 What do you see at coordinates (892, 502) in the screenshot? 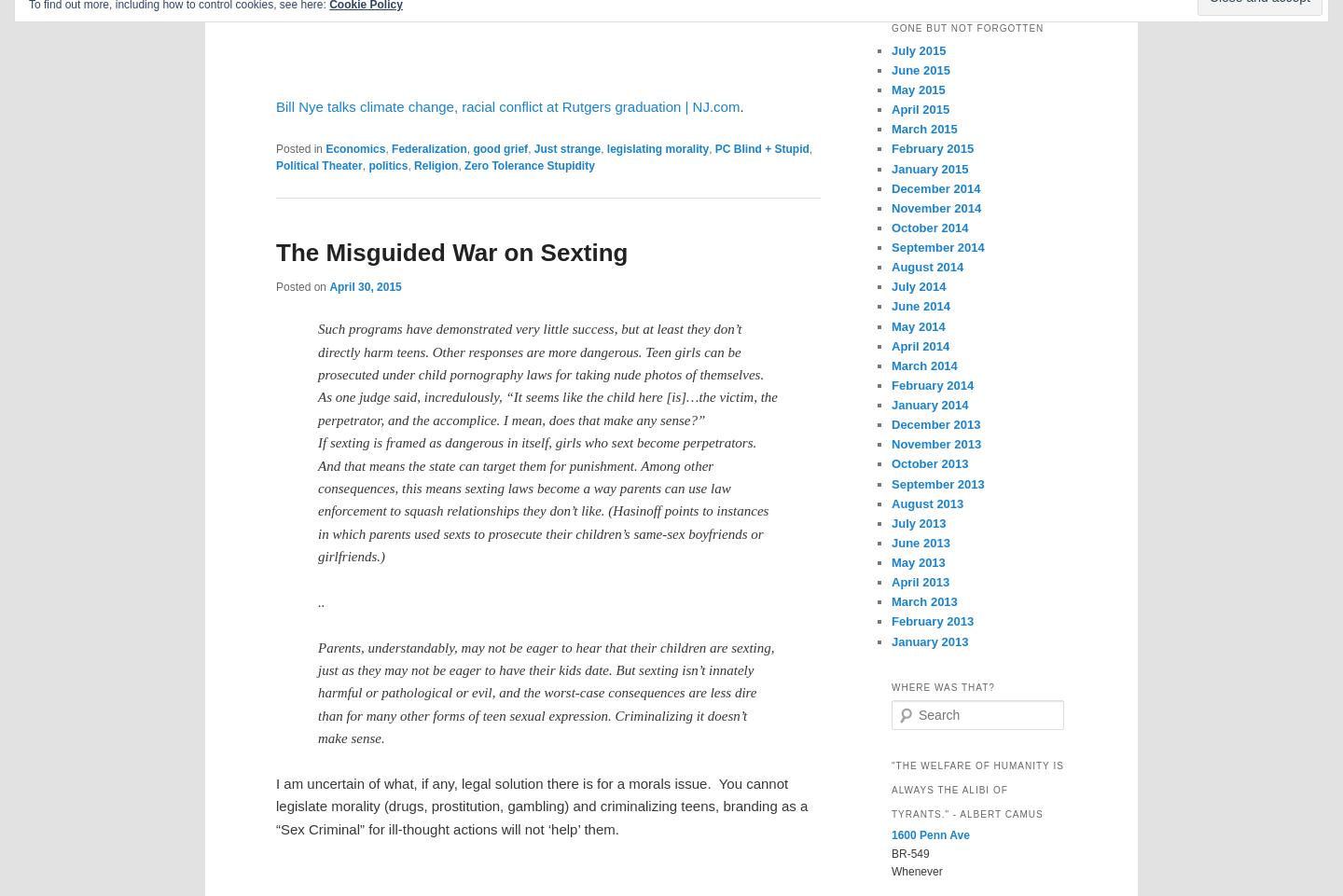
I see `'August 2013'` at bounding box center [892, 502].